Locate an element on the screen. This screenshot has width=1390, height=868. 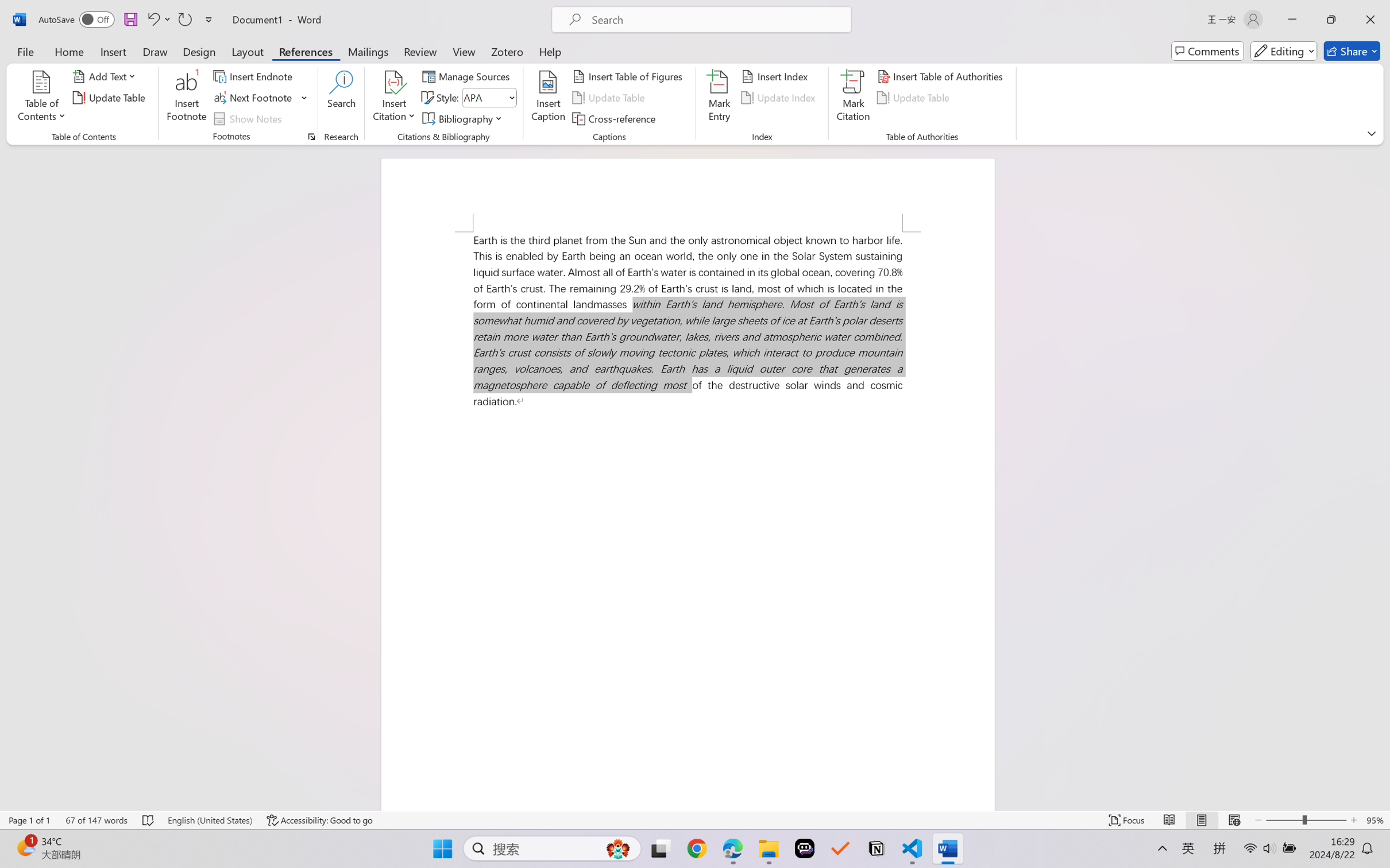
'Insert Table of Figures...' is located at coordinates (629, 75).